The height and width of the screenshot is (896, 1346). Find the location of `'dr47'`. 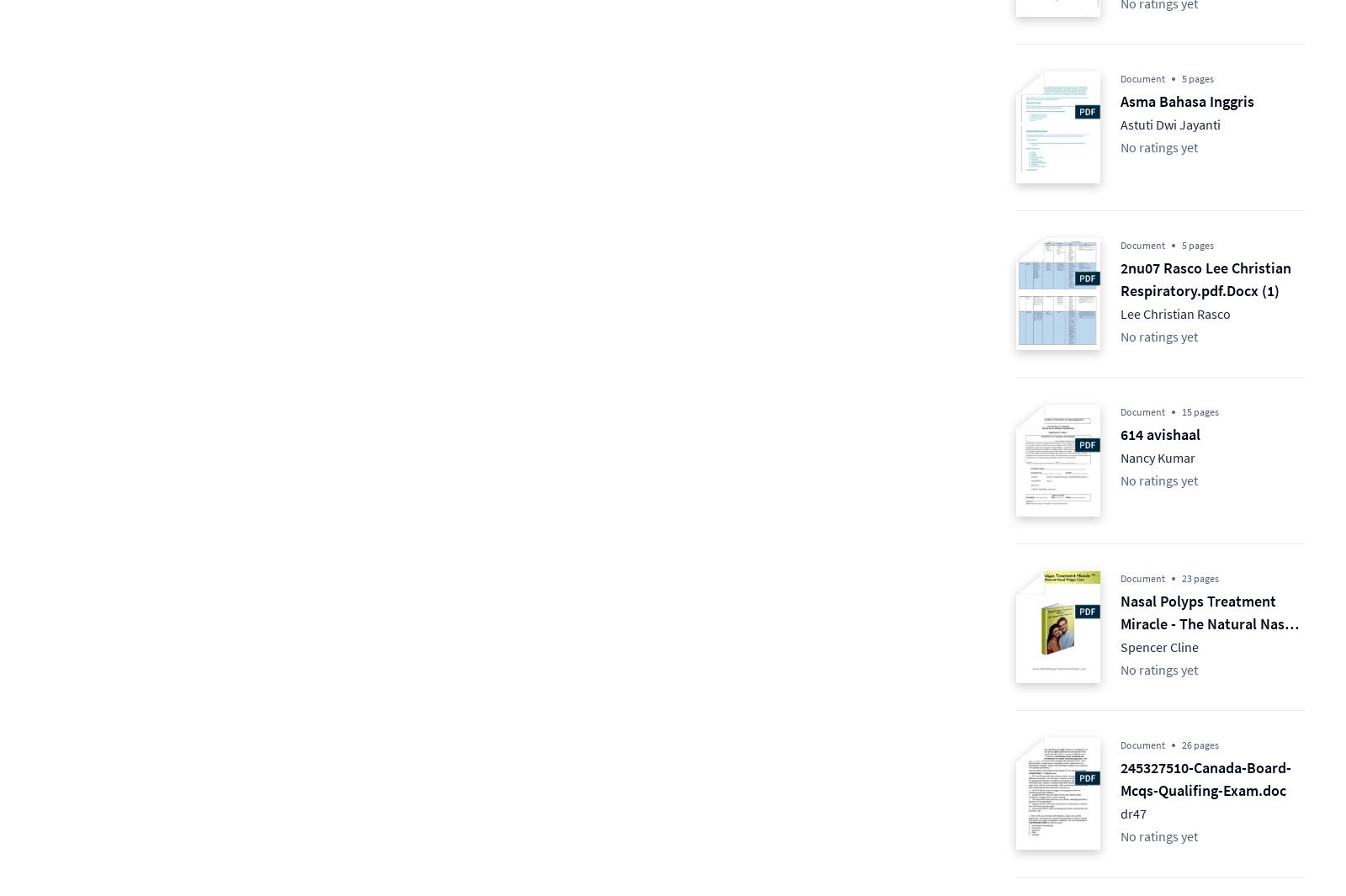

'dr47' is located at coordinates (1132, 814).